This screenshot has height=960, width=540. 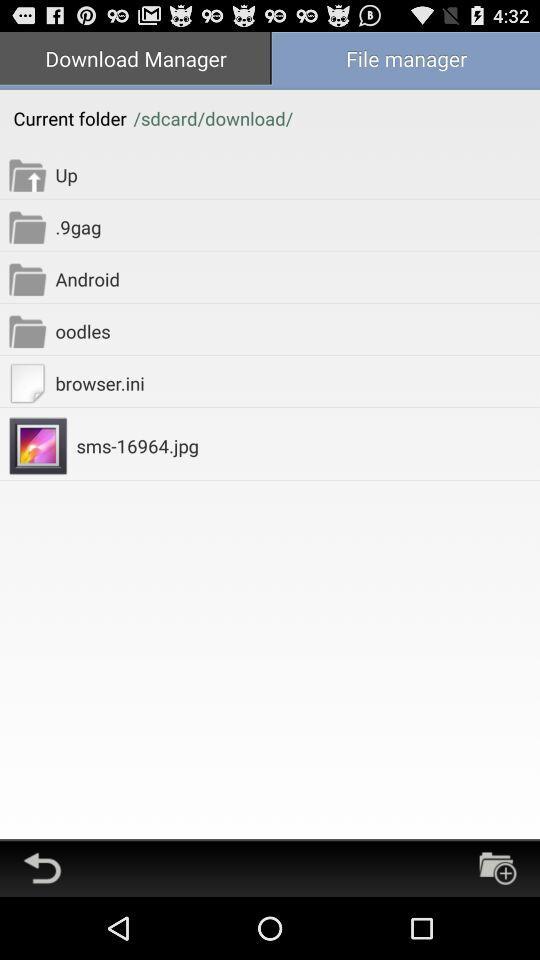 I want to click on the icon next to the file manager app, so click(x=135, y=59).